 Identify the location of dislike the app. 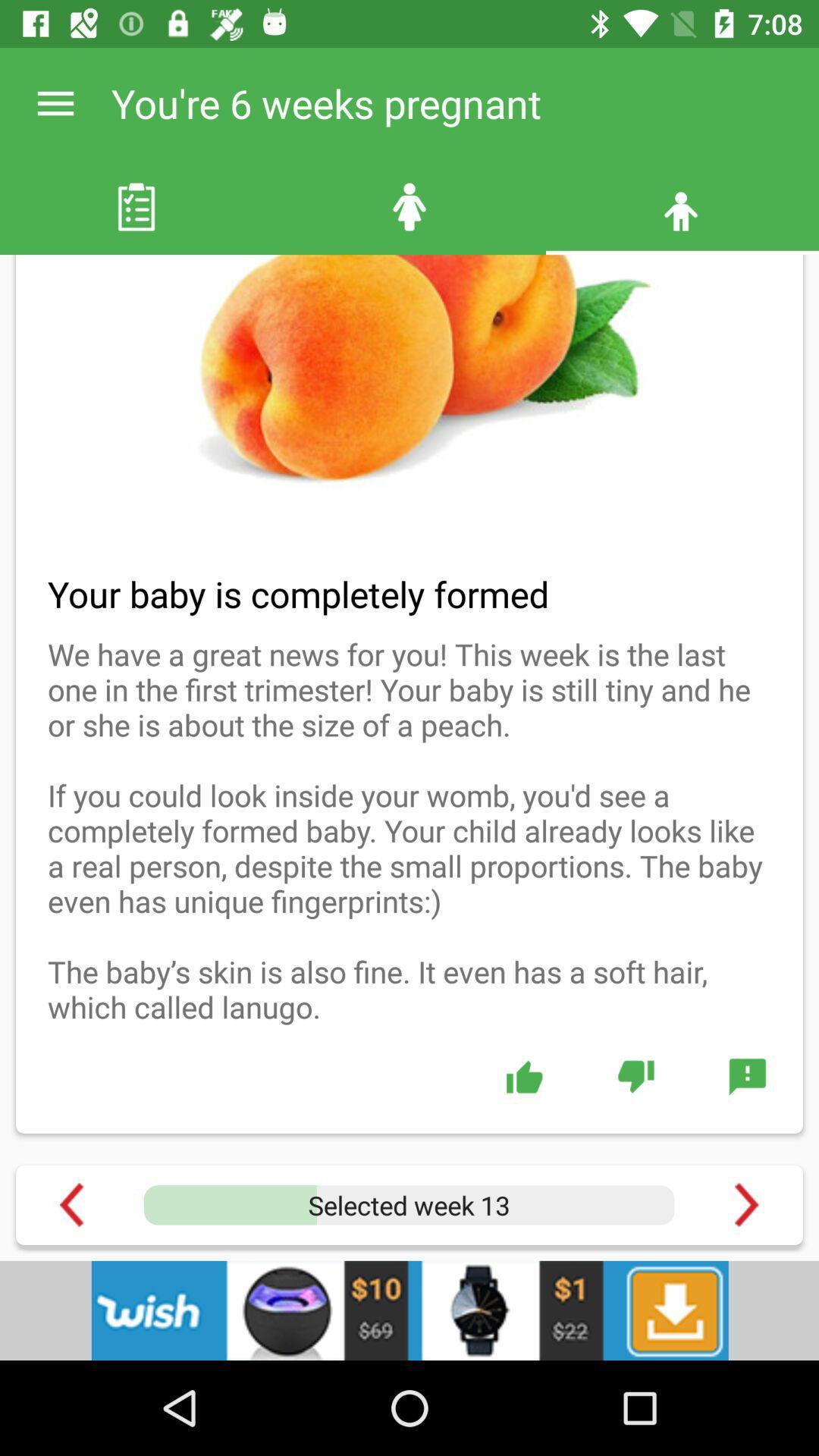
(635, 1075).